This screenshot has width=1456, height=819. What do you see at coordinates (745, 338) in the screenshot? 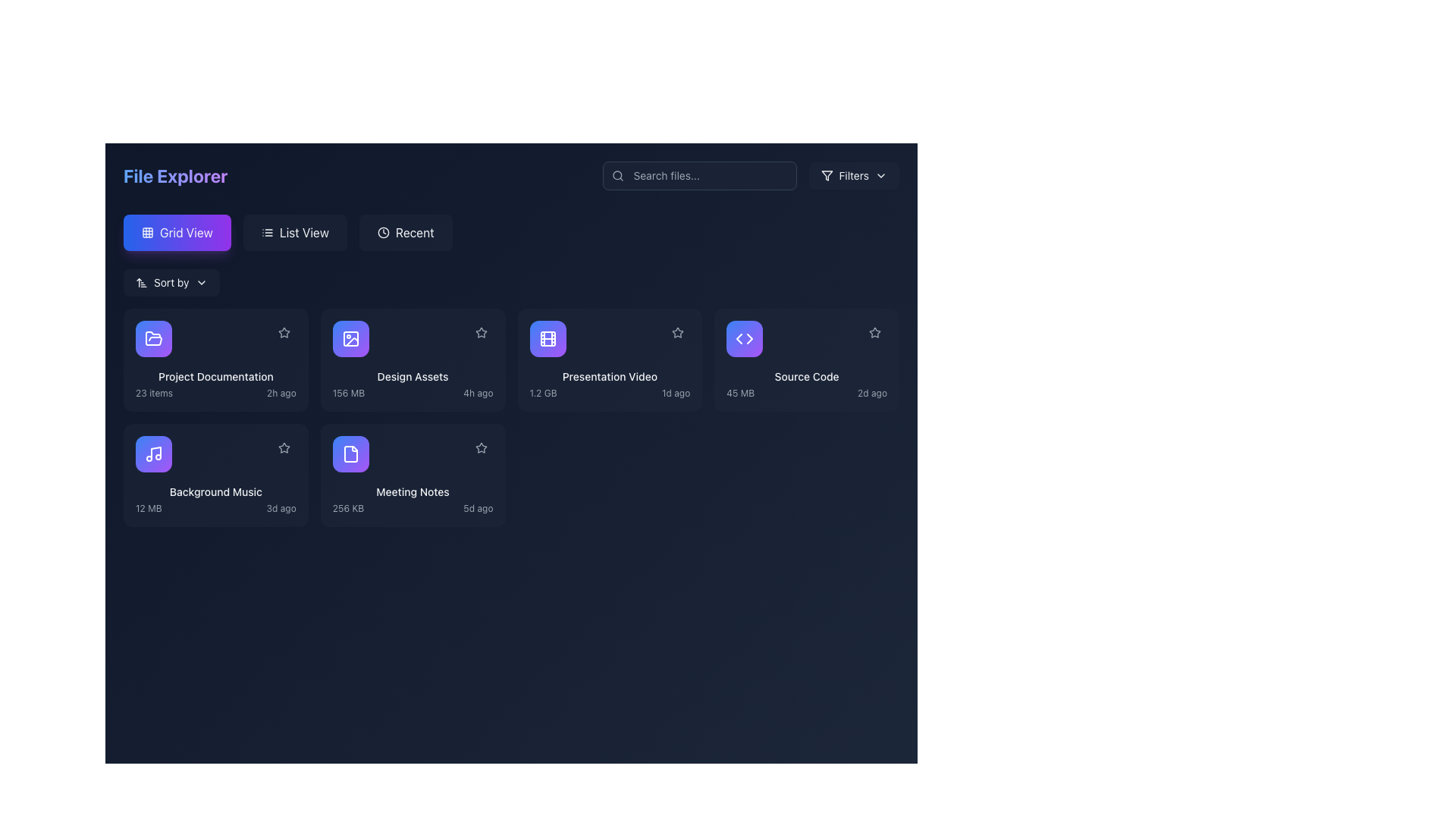
I see `the Source Code icon, which is a gradient-filled circle with angle brackets, located in the fourth grid item` at bounding box center [745, 338].